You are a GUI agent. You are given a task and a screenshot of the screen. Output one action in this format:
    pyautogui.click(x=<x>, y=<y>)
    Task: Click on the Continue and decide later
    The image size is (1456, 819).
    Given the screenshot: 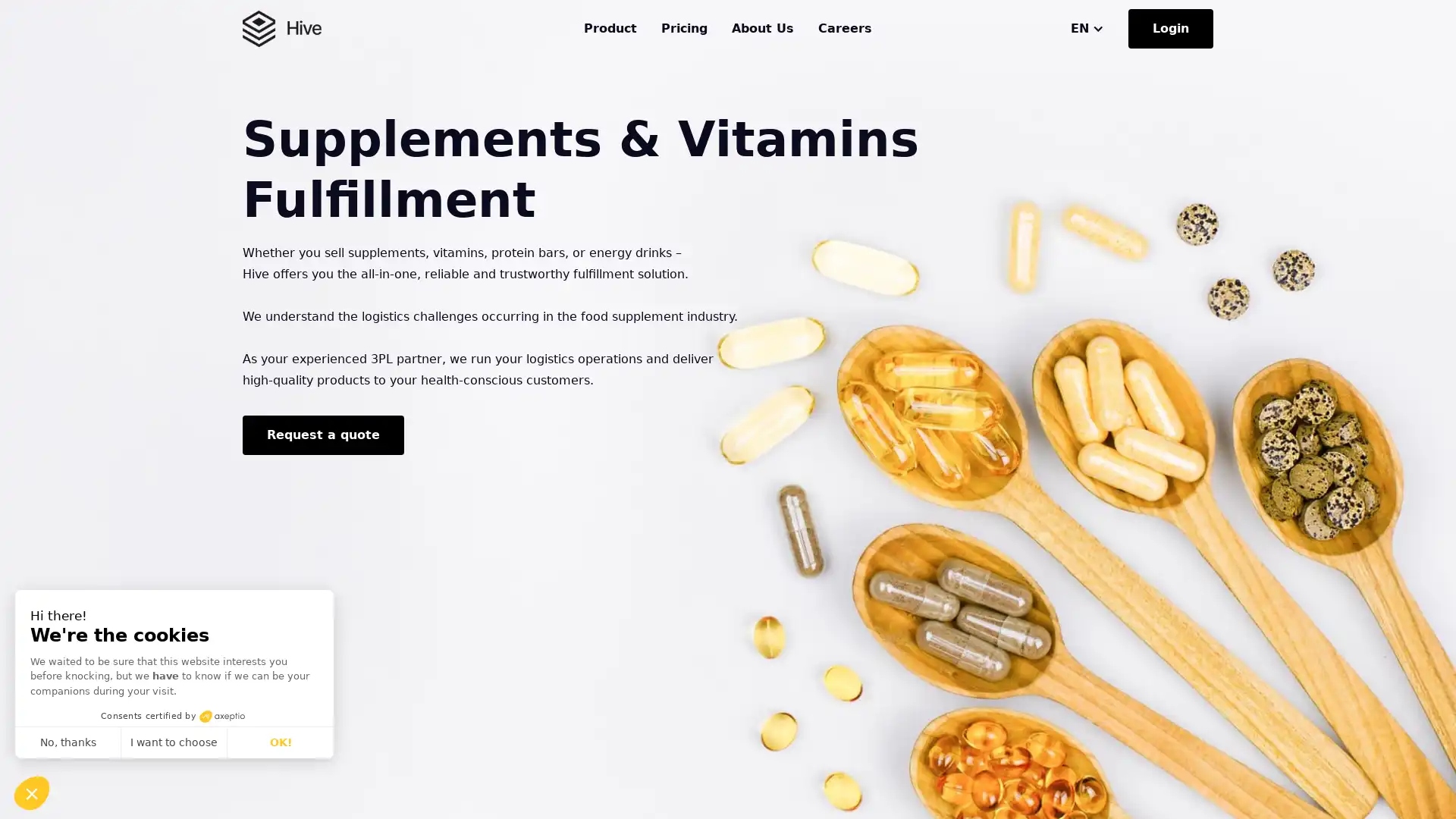 What is the action you would take?
    pyautogui.click(x=32, y=792)
    